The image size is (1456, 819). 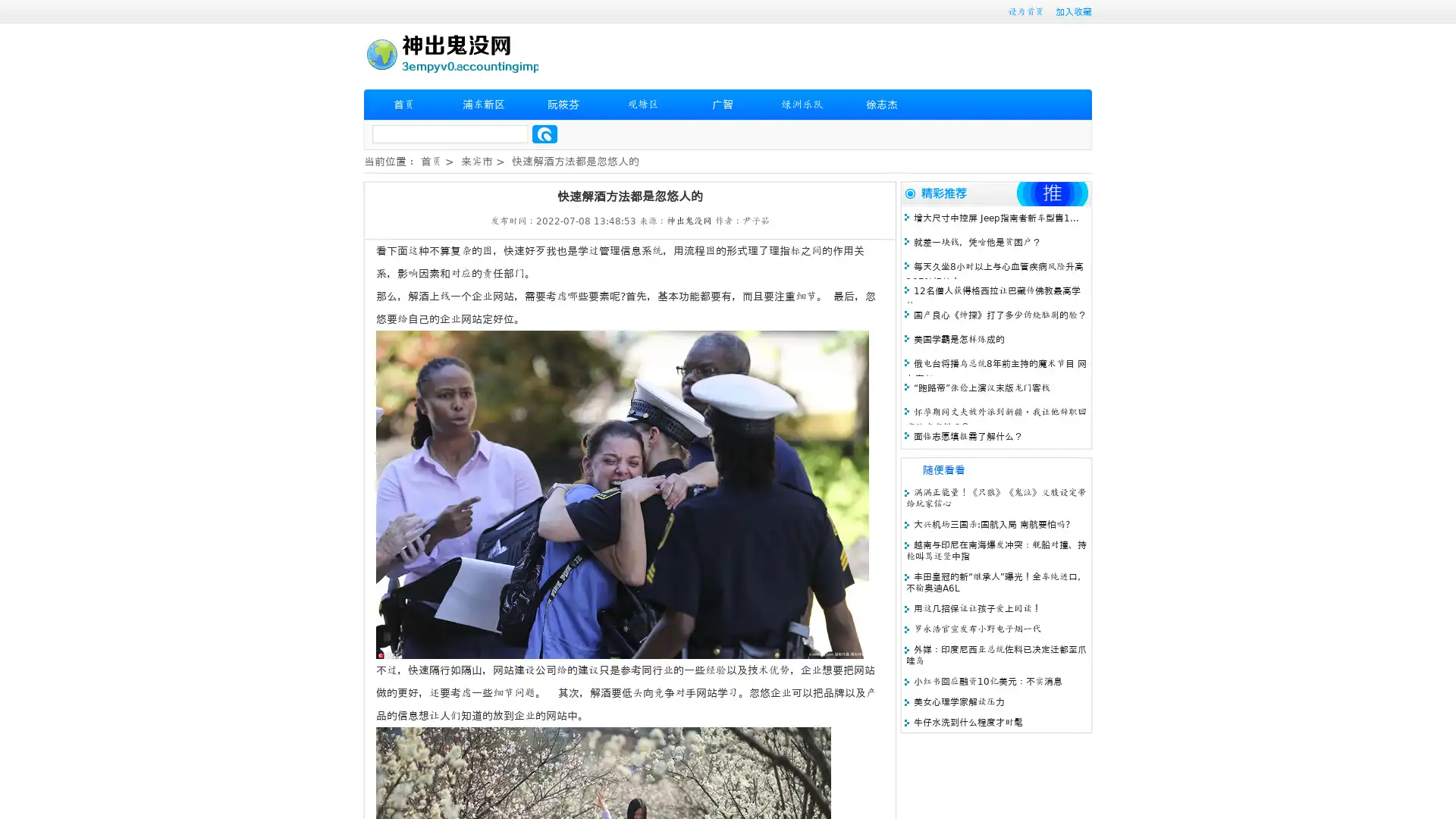 What do you see at coordinates (544, 133) in the screenshot?
I see `Search` at bounding box center [544, 133].